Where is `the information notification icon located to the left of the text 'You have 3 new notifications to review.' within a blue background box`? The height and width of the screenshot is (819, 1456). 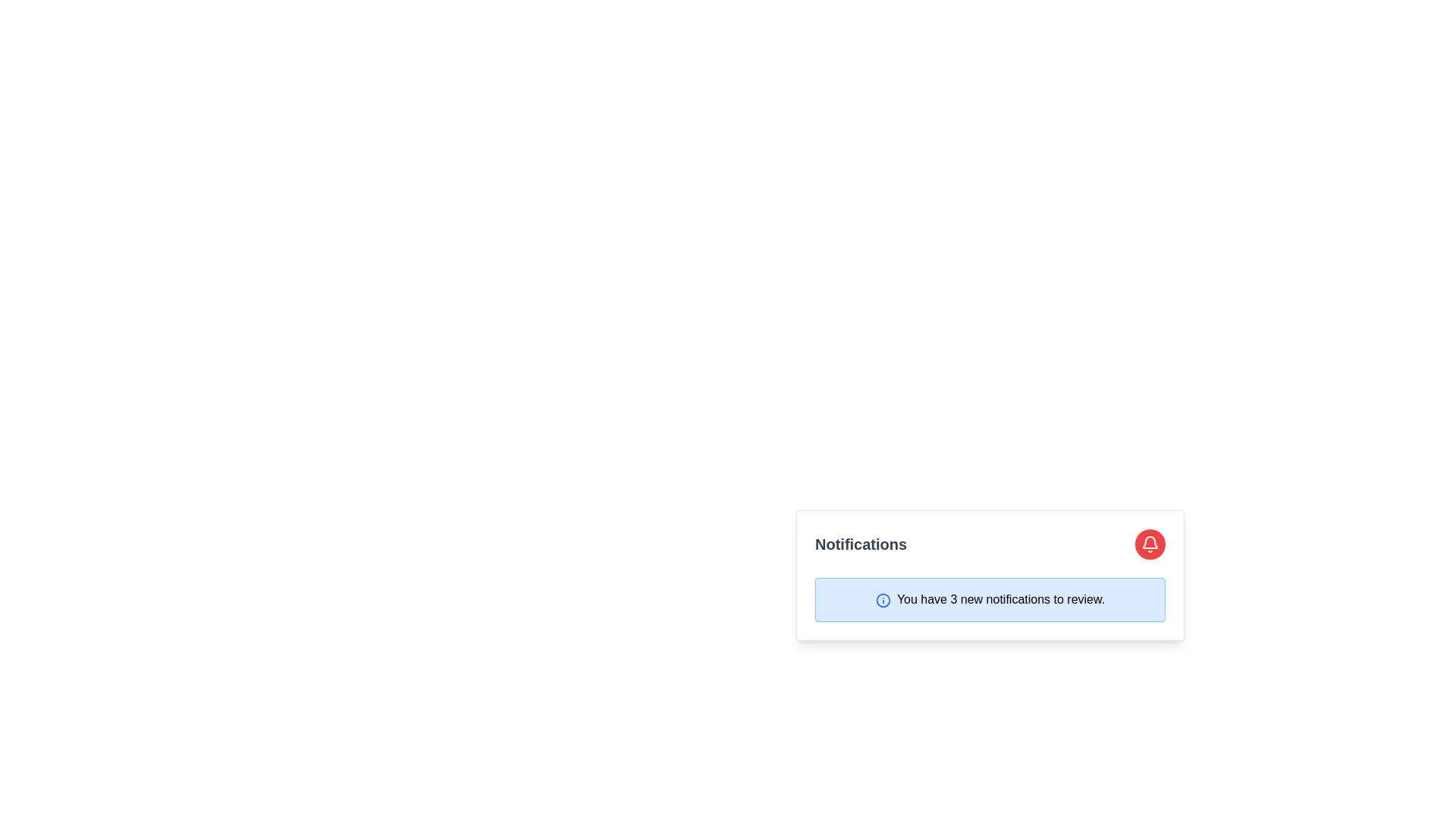
the information notification icon located to the left of the text 'You have 3 new notifications to review.' within a blue background box is located at coordinates (883, 599).